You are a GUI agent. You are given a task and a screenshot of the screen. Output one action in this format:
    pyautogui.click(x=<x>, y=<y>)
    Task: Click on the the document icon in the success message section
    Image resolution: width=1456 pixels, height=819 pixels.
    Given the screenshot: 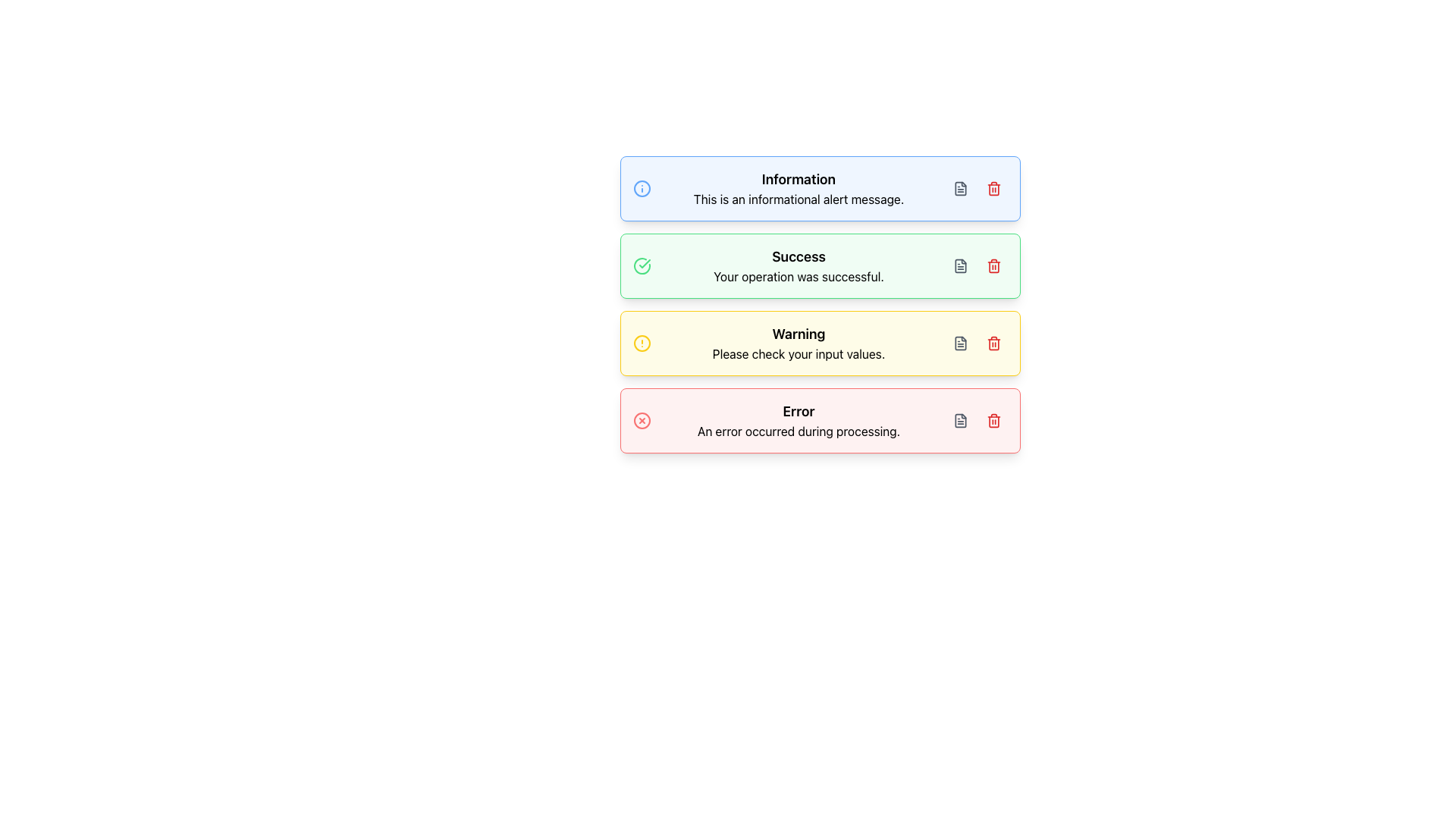 What is the action you would take?
    pyautogui.click(x=959, y=265)
    